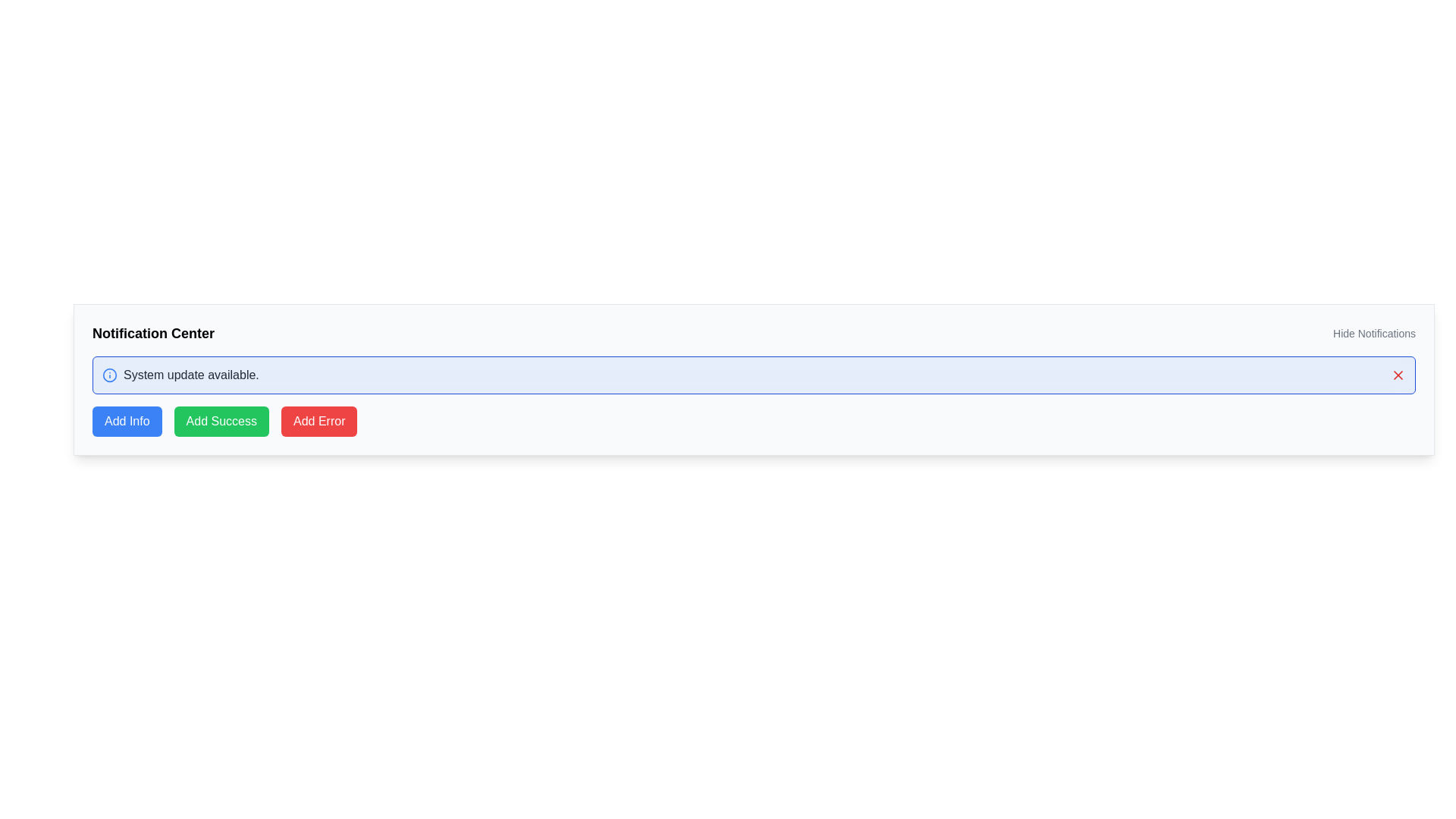  I want to click on the dismiss button located at the top-right corner of the notification box displaying 'System update available.' to observe the styling change, so click(1397, 375).